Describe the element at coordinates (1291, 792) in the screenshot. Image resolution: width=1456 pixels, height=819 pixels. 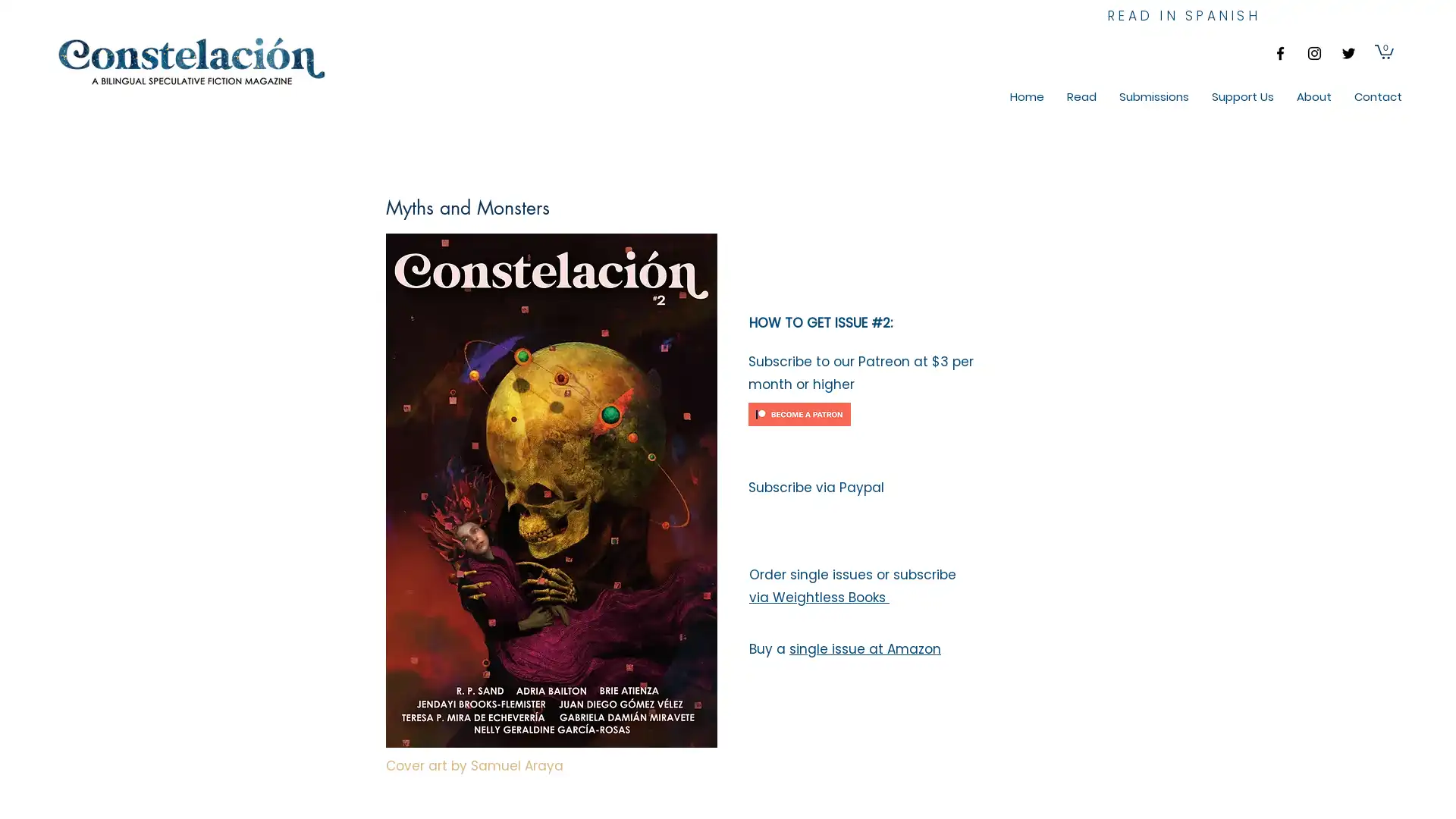
I see `Cookie Settings` at that location.